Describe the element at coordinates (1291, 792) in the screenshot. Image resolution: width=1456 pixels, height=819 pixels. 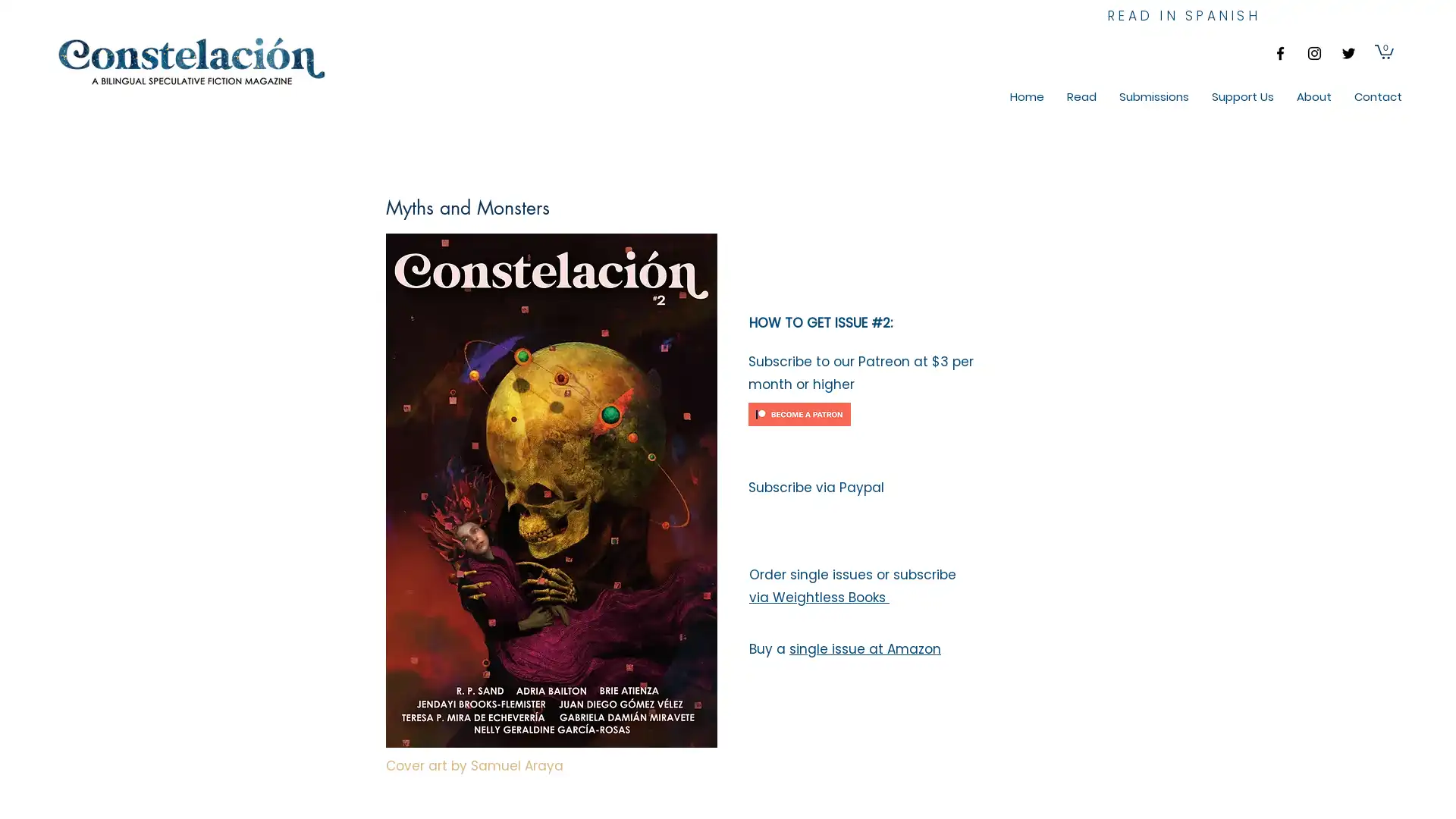
I see `Cookie Settings` at that location.